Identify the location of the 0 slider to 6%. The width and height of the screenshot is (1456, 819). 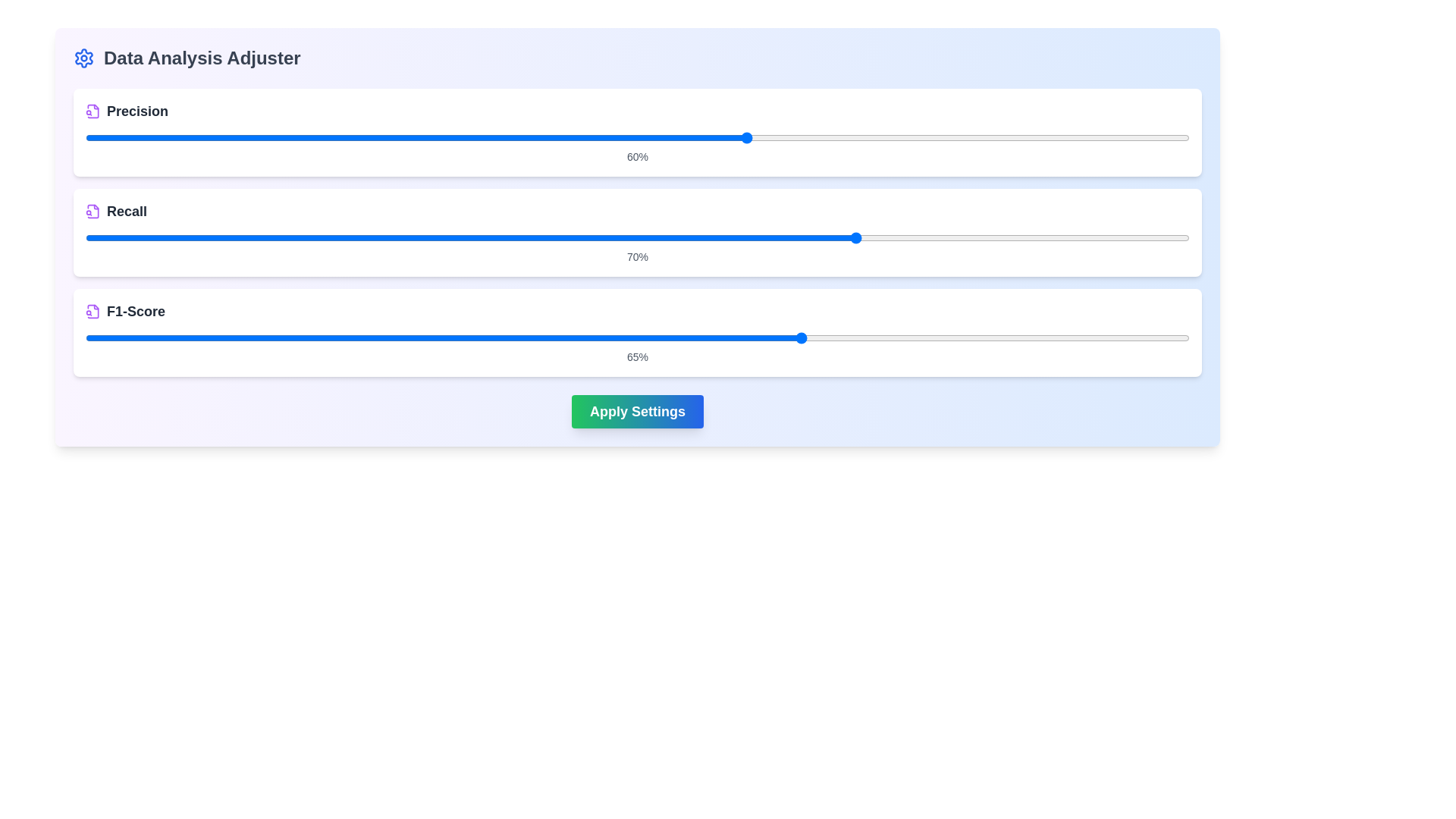
(670, 137).